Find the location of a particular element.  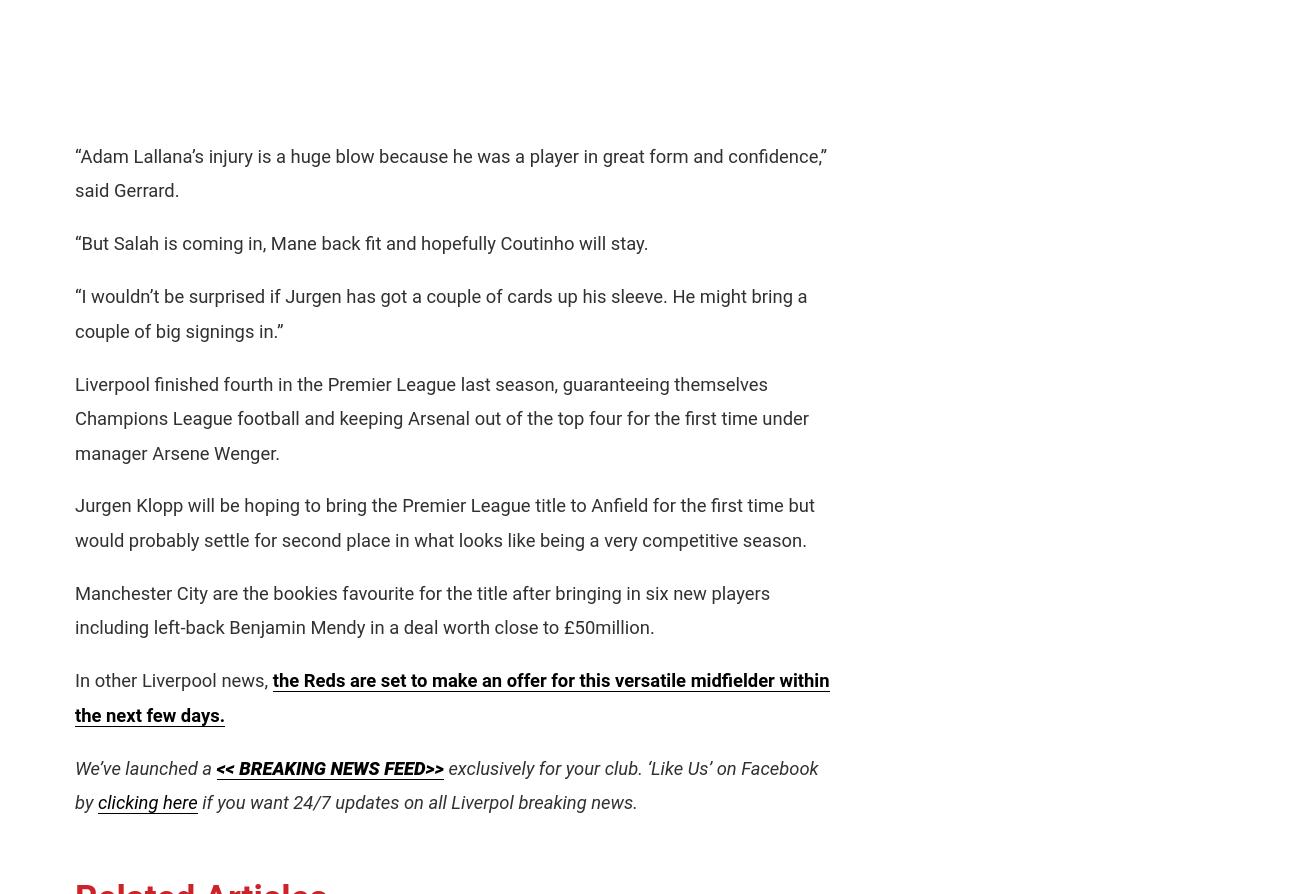

'the Reds are set to make an offer for this versatile midfielder within the next few days.' is located at coordinates (451, 696).